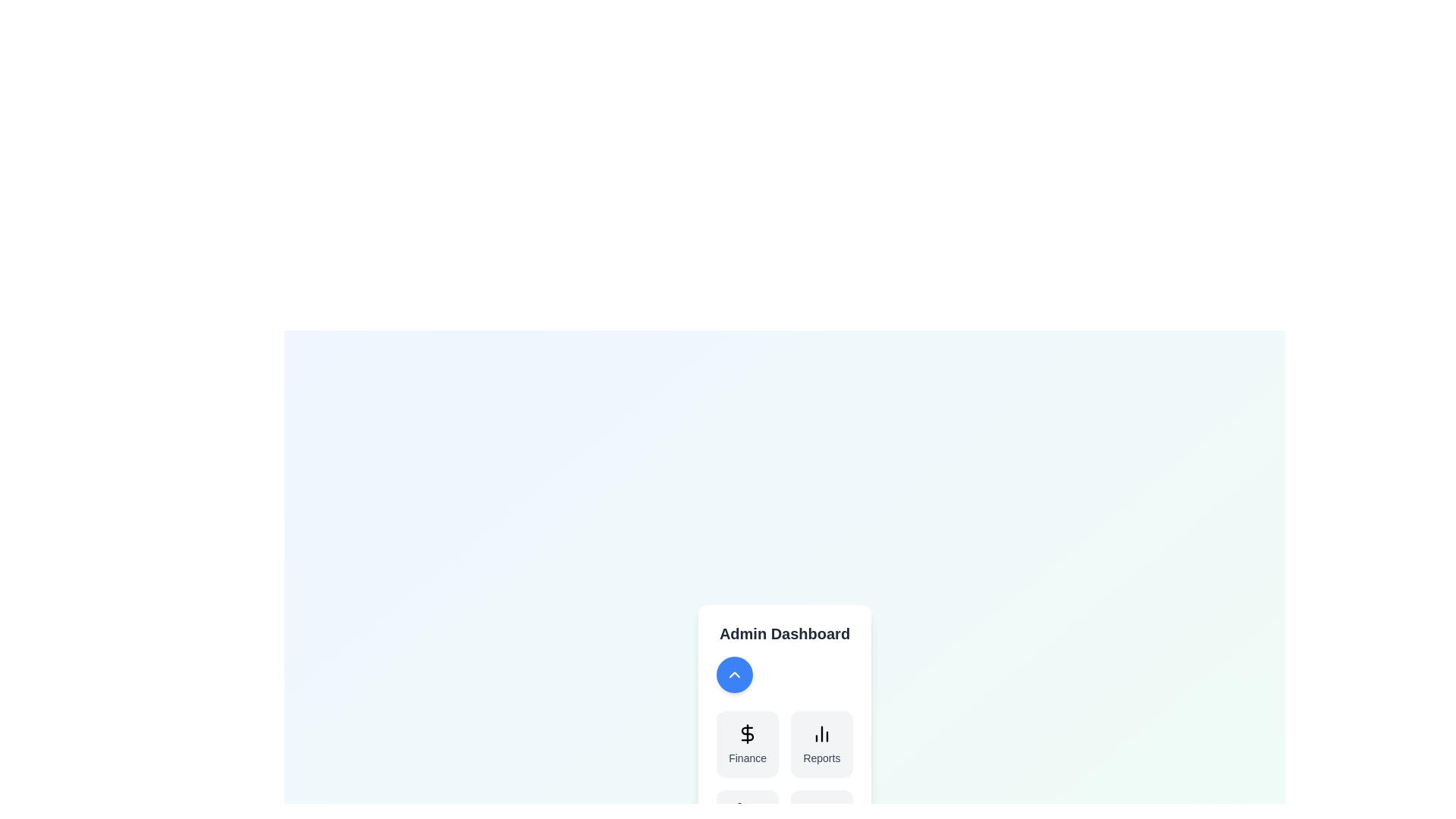 This screenshot has height=819, width=1456. I want to click on the button corresponding to Finance, so click(748, 744).